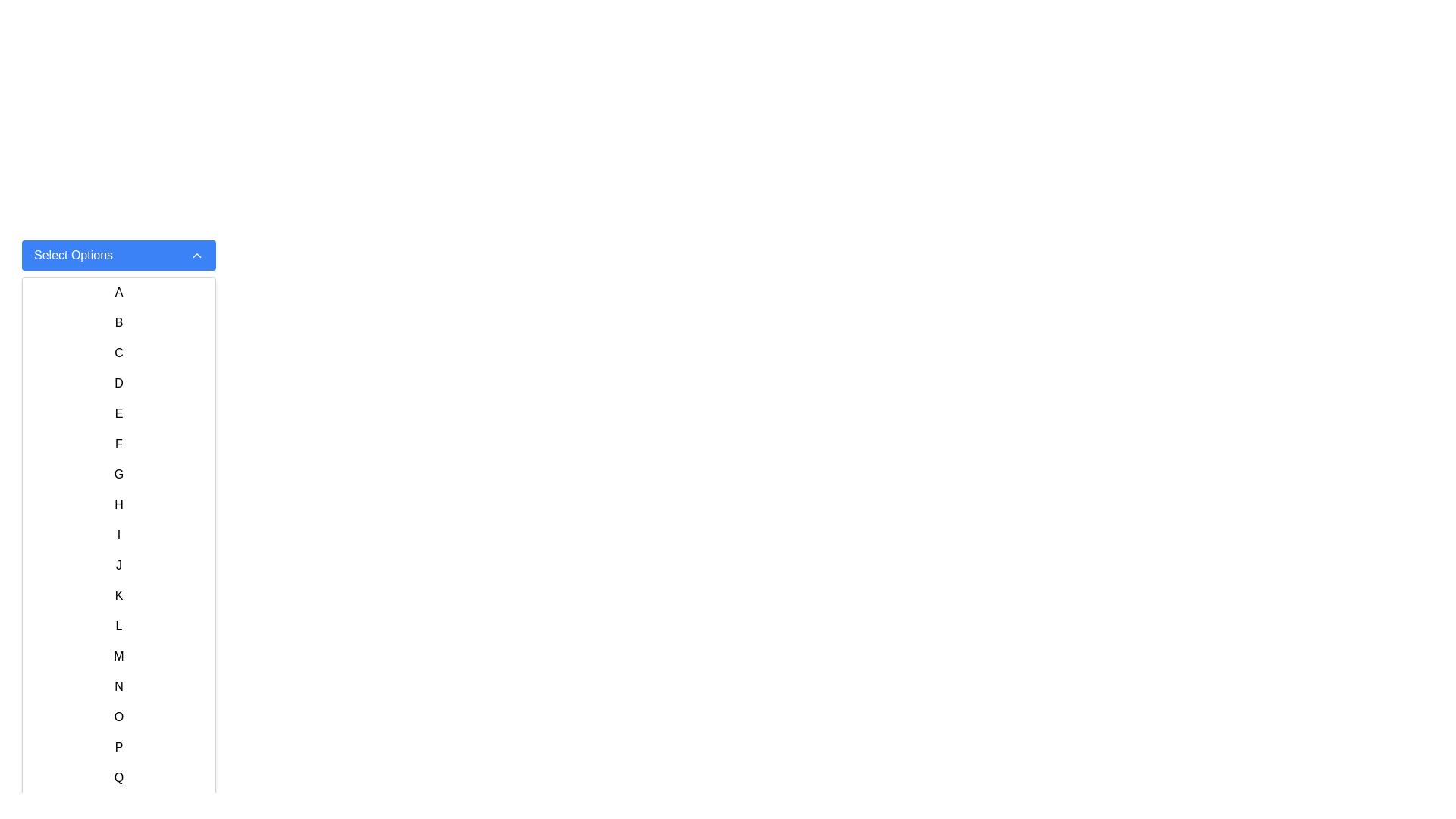 The height and width of the screenshot is (819, 1456). Describe the element at coordinates (118, 595) in the screenshot. I see `the 'K' character in the vertical list of alphabet options` at that location.